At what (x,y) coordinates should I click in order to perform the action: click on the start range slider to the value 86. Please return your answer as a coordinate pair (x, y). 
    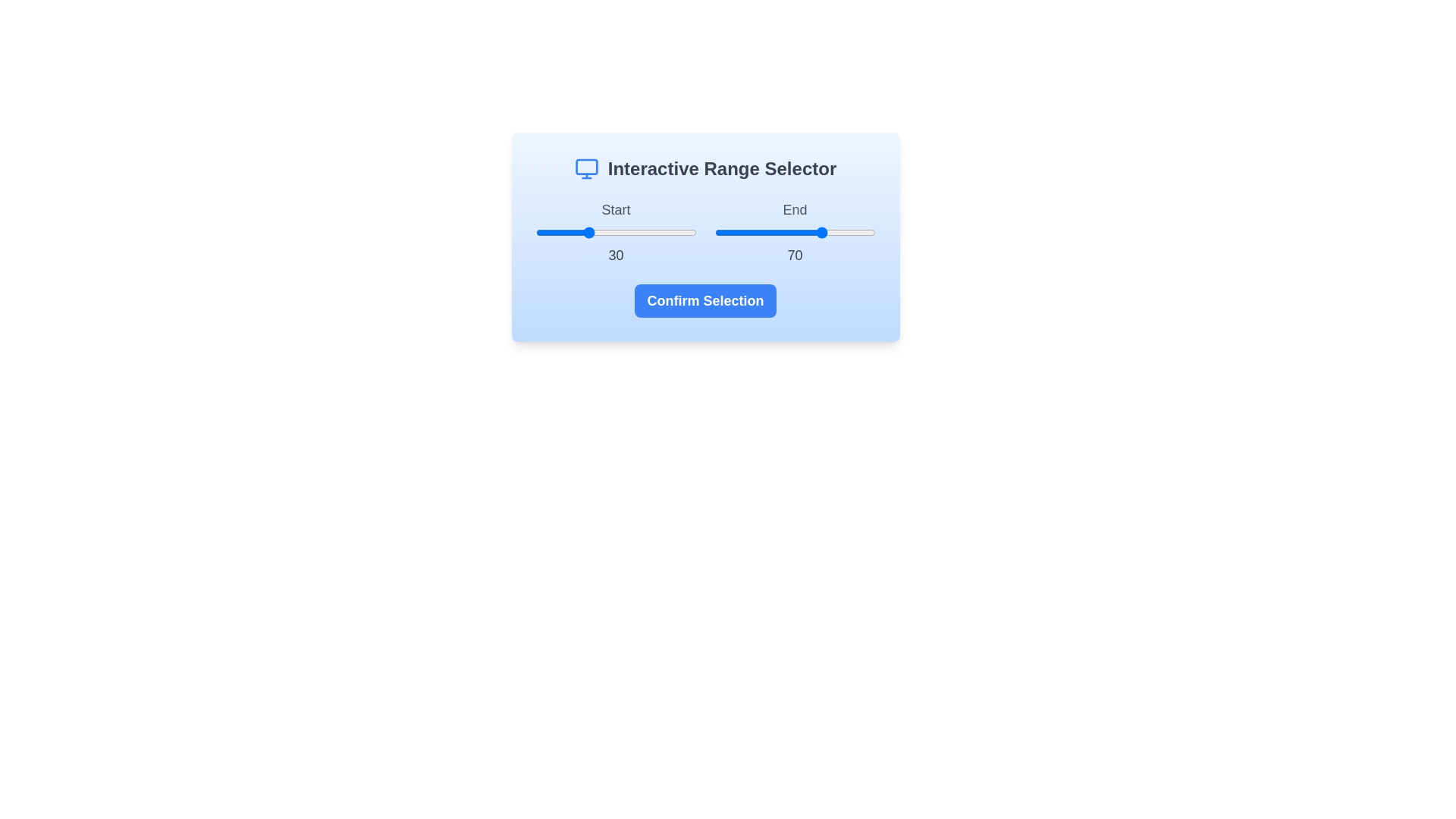
    Looking at the image, I should click on (673, 233).